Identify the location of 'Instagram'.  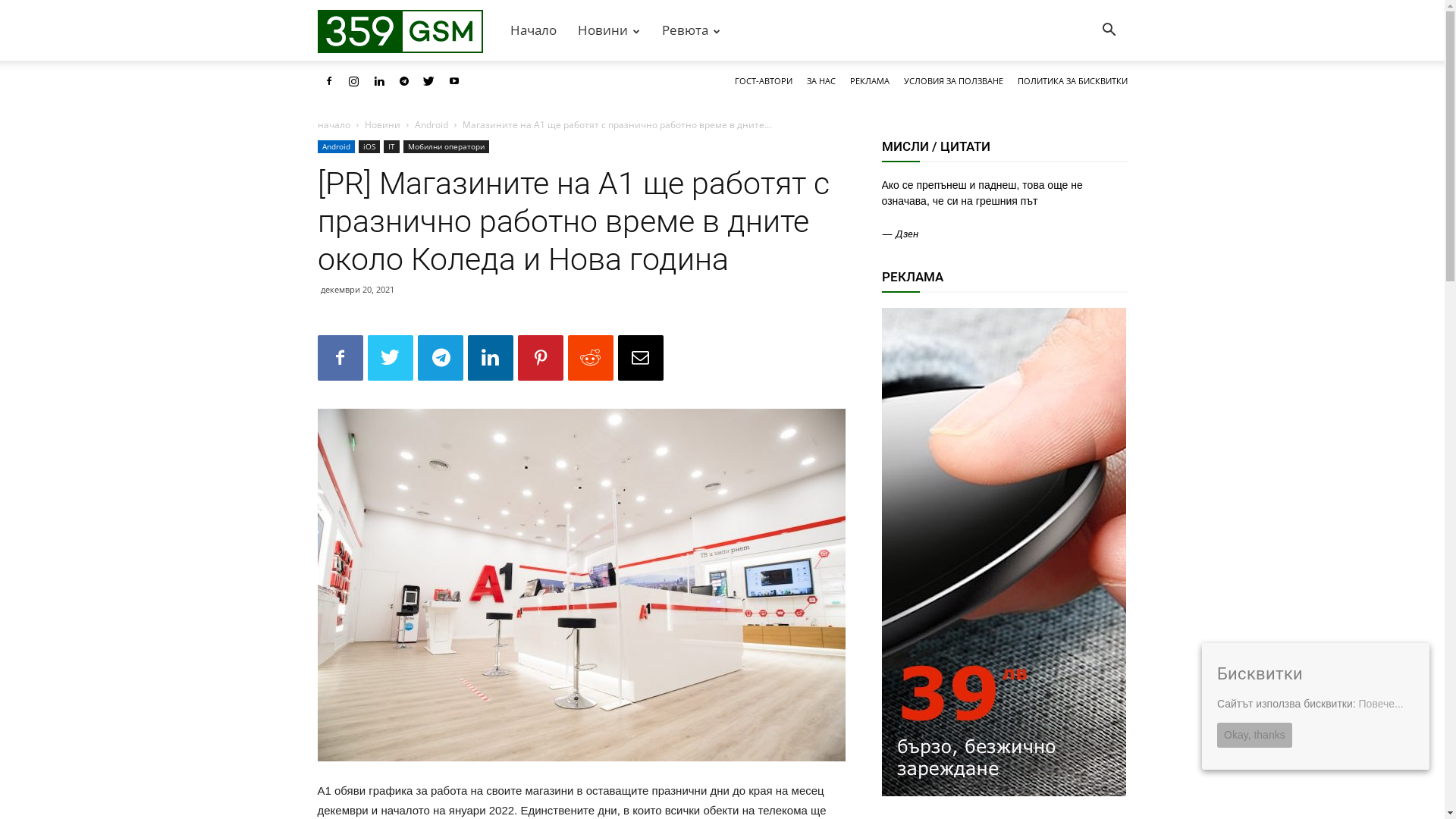
(341, 81).